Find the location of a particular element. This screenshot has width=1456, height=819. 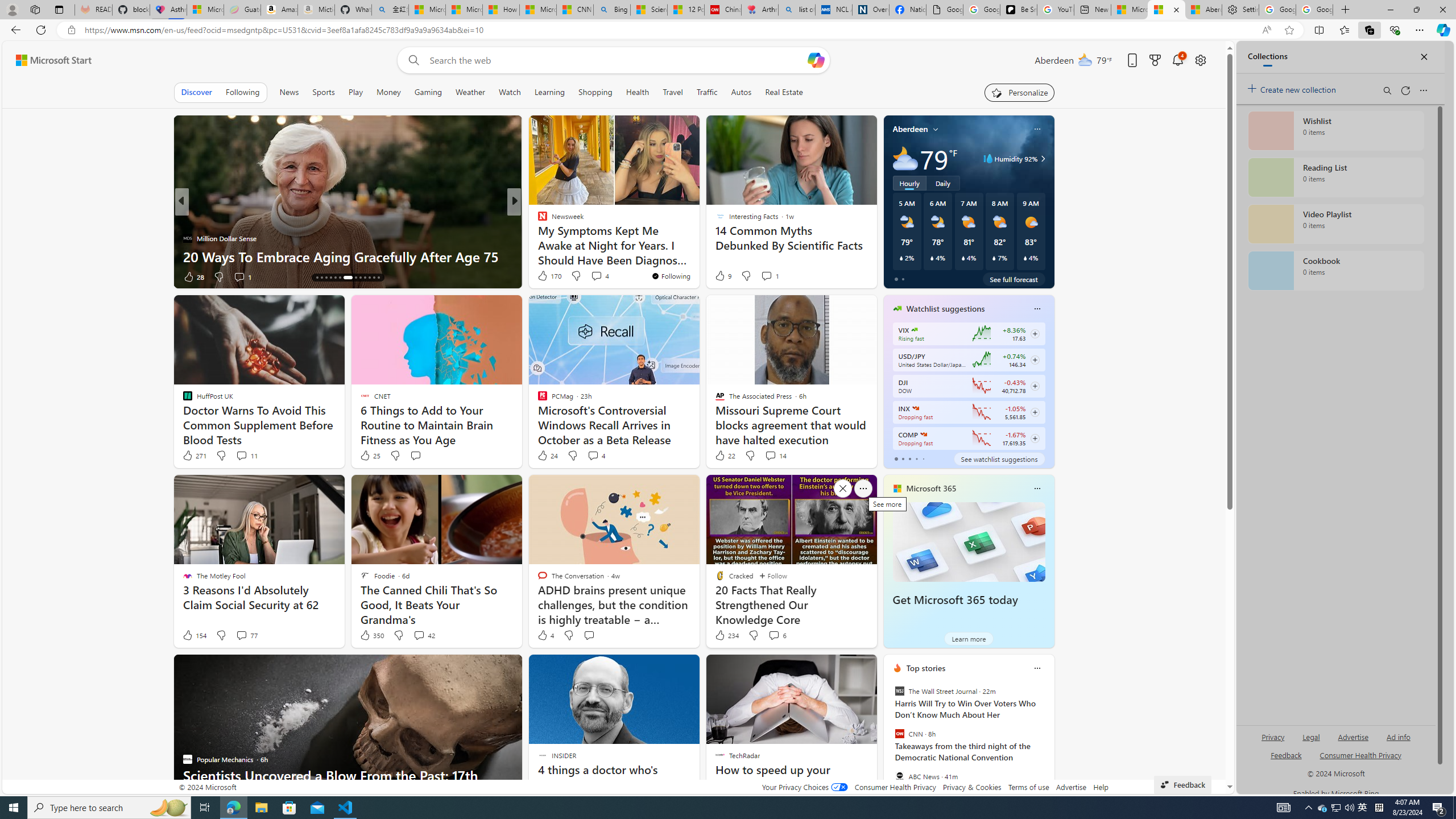

'View comments 77 Comment' is located at coordinates (241, 635).